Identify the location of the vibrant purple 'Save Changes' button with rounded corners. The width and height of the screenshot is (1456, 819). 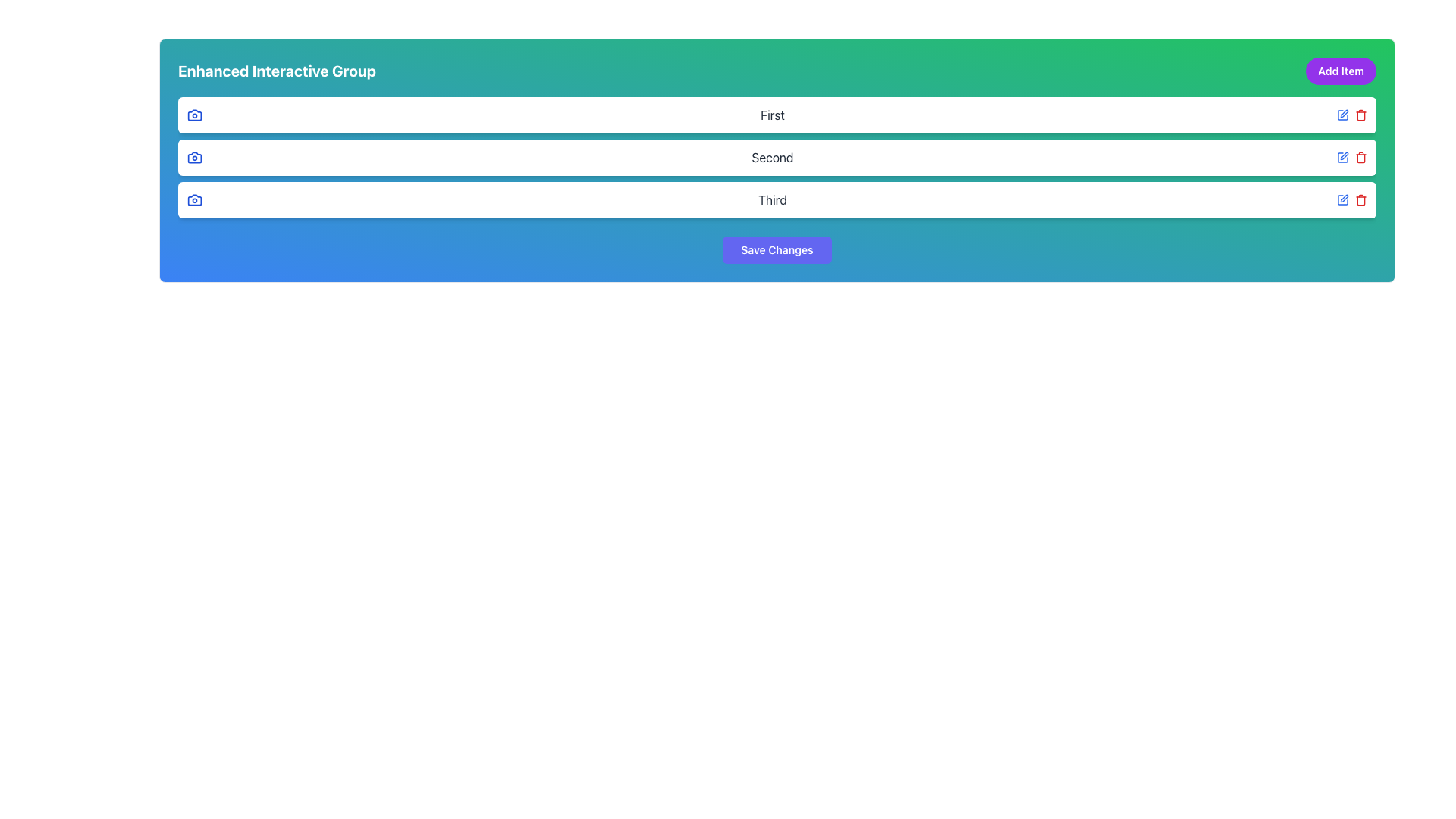
(777, 243).